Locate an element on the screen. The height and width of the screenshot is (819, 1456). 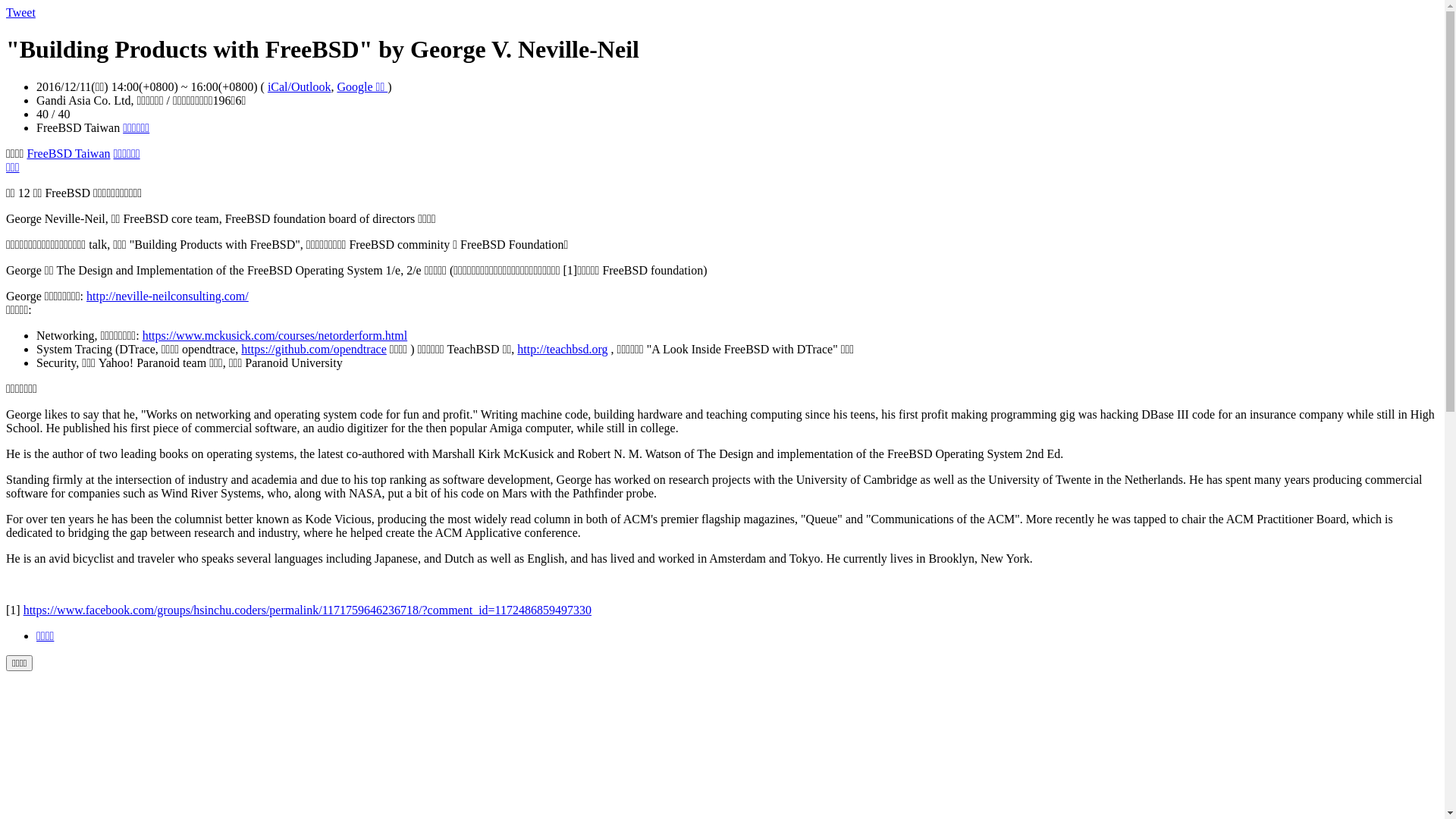
'Tweet' is located at coordinates (20, 12).